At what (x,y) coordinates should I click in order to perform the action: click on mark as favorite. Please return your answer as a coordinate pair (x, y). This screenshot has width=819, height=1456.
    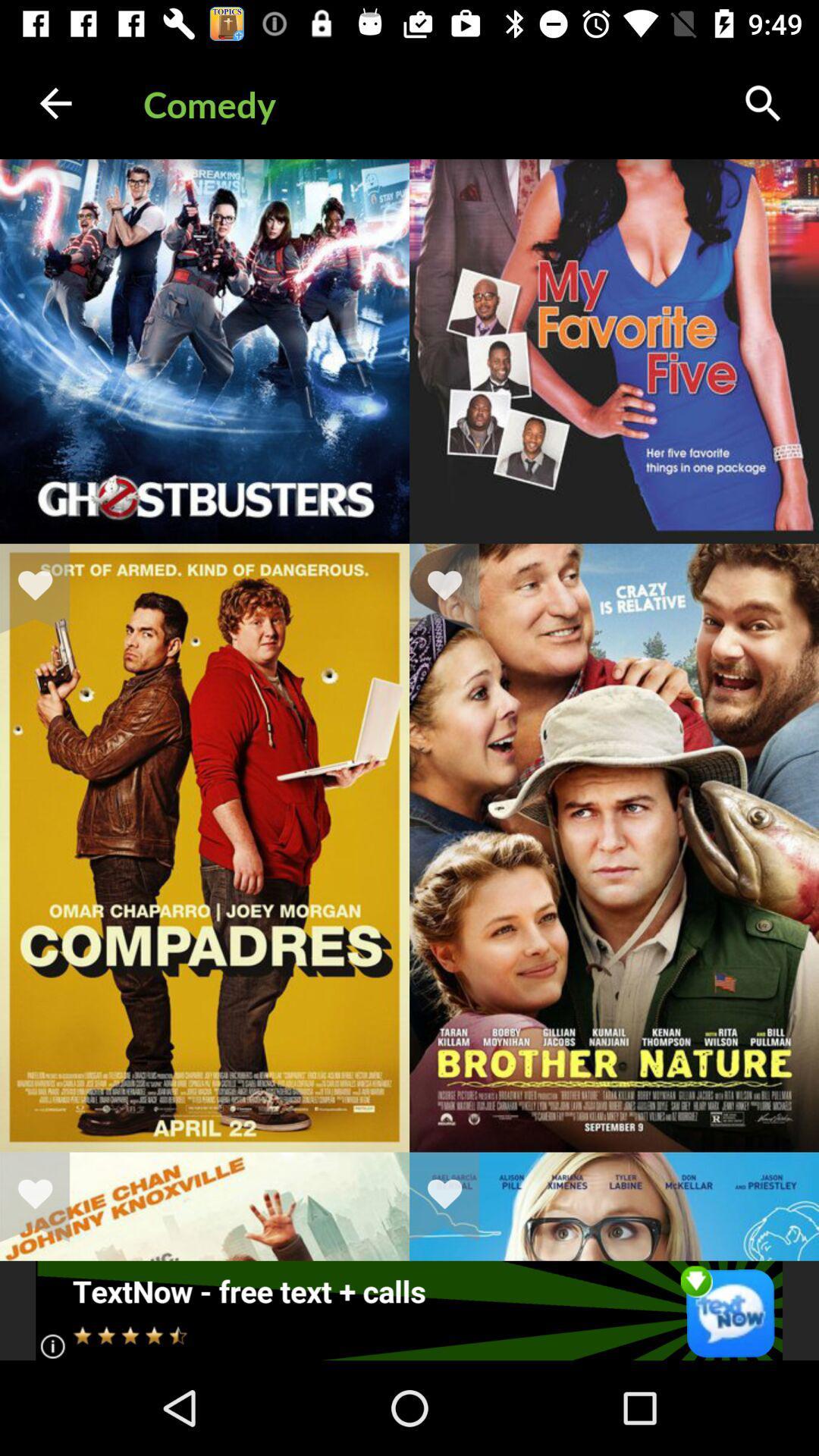
    Looking at the image, I should click on (453, 1196).